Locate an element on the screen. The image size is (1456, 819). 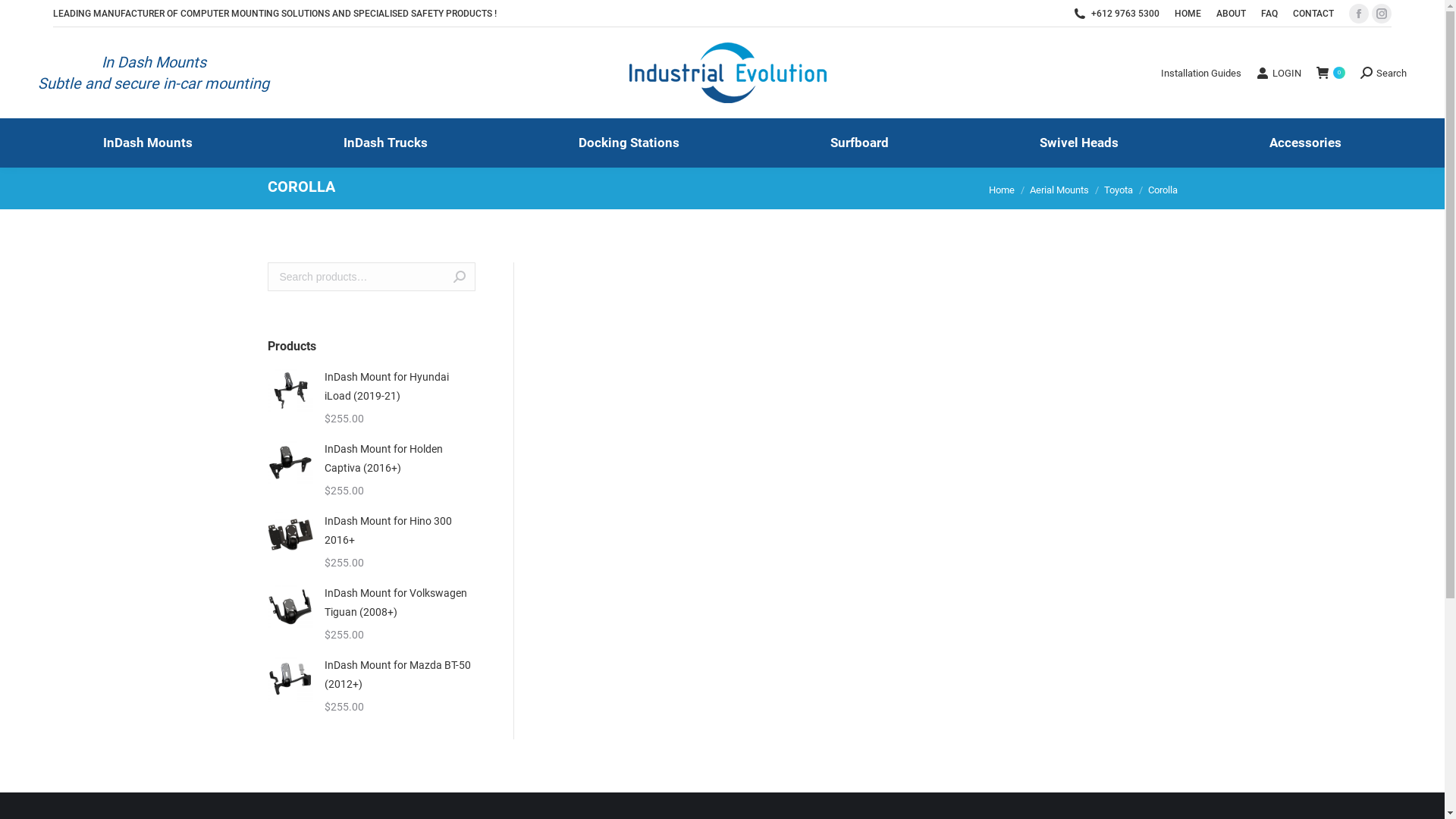
'InDash Mount for Hino 300 2016+' is located at coordinates (400, 529).